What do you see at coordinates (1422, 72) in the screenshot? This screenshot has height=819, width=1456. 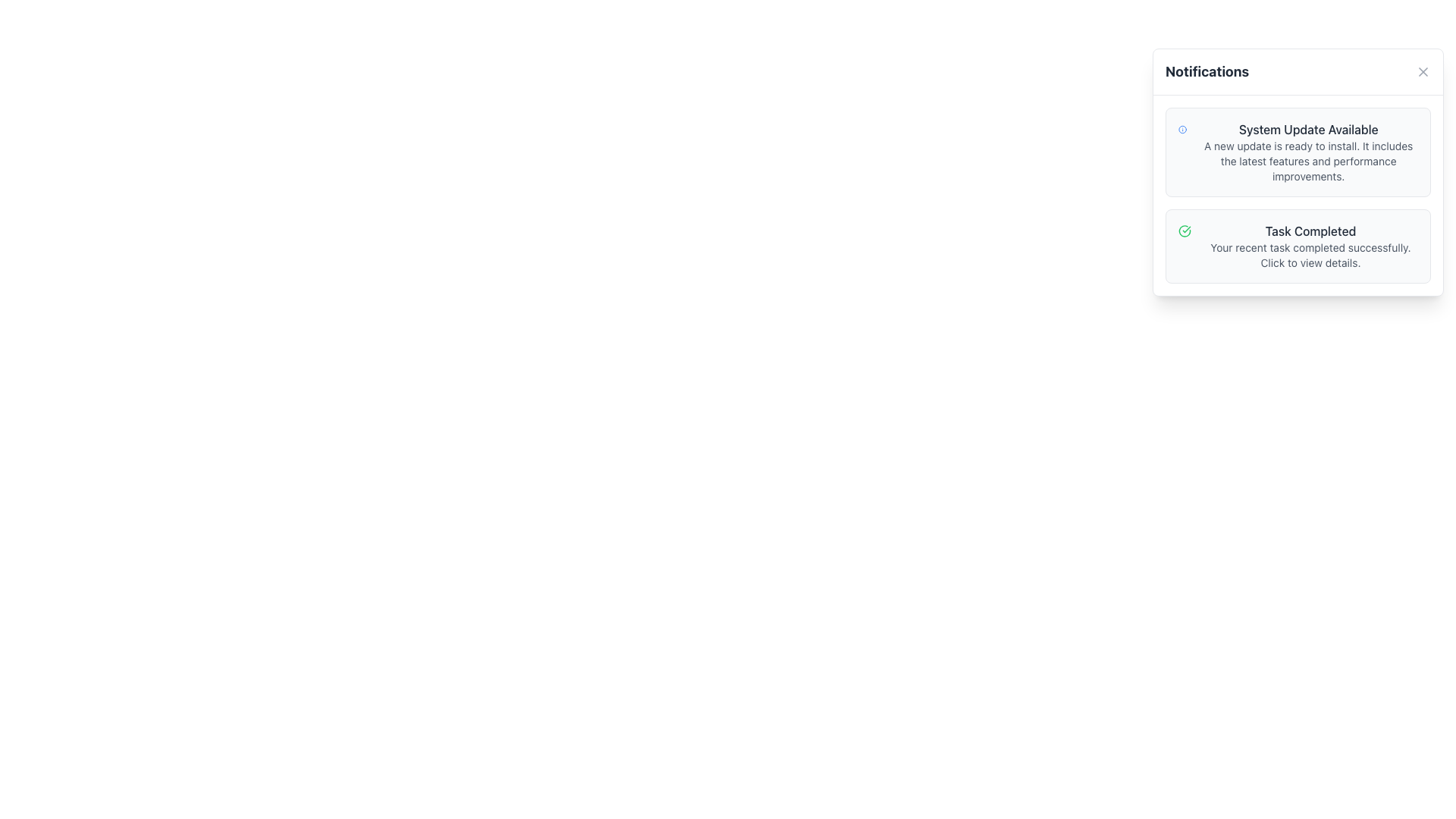 I see `the 'X' close icon within the SVG element located at the top right corner of the notification panel` at bounding box center [1422, 72].